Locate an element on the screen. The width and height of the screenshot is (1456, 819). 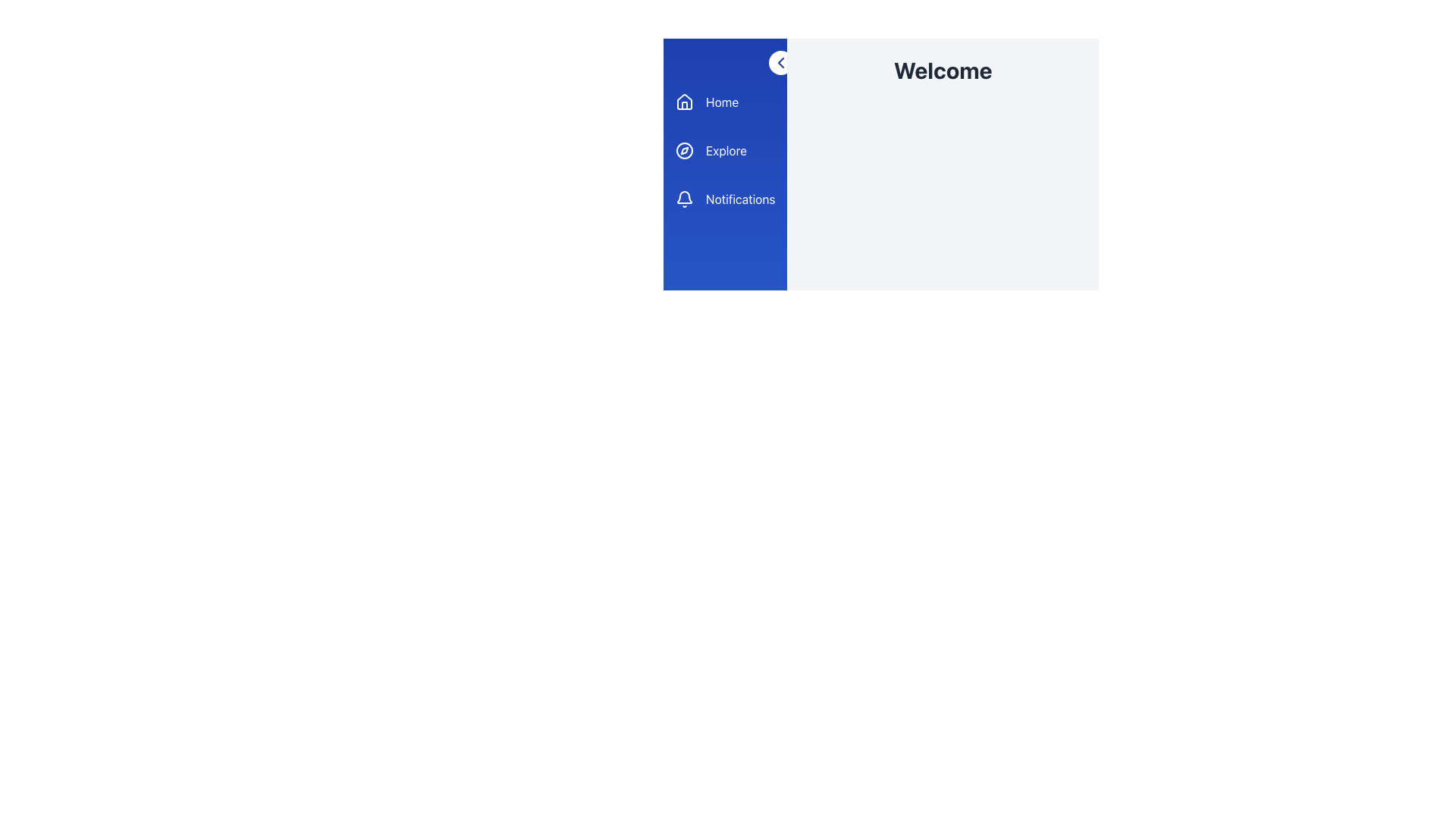
the compass icon located in the sidebar navigation, which is part of the 'Explore' option is located at coordinates (683, 151).